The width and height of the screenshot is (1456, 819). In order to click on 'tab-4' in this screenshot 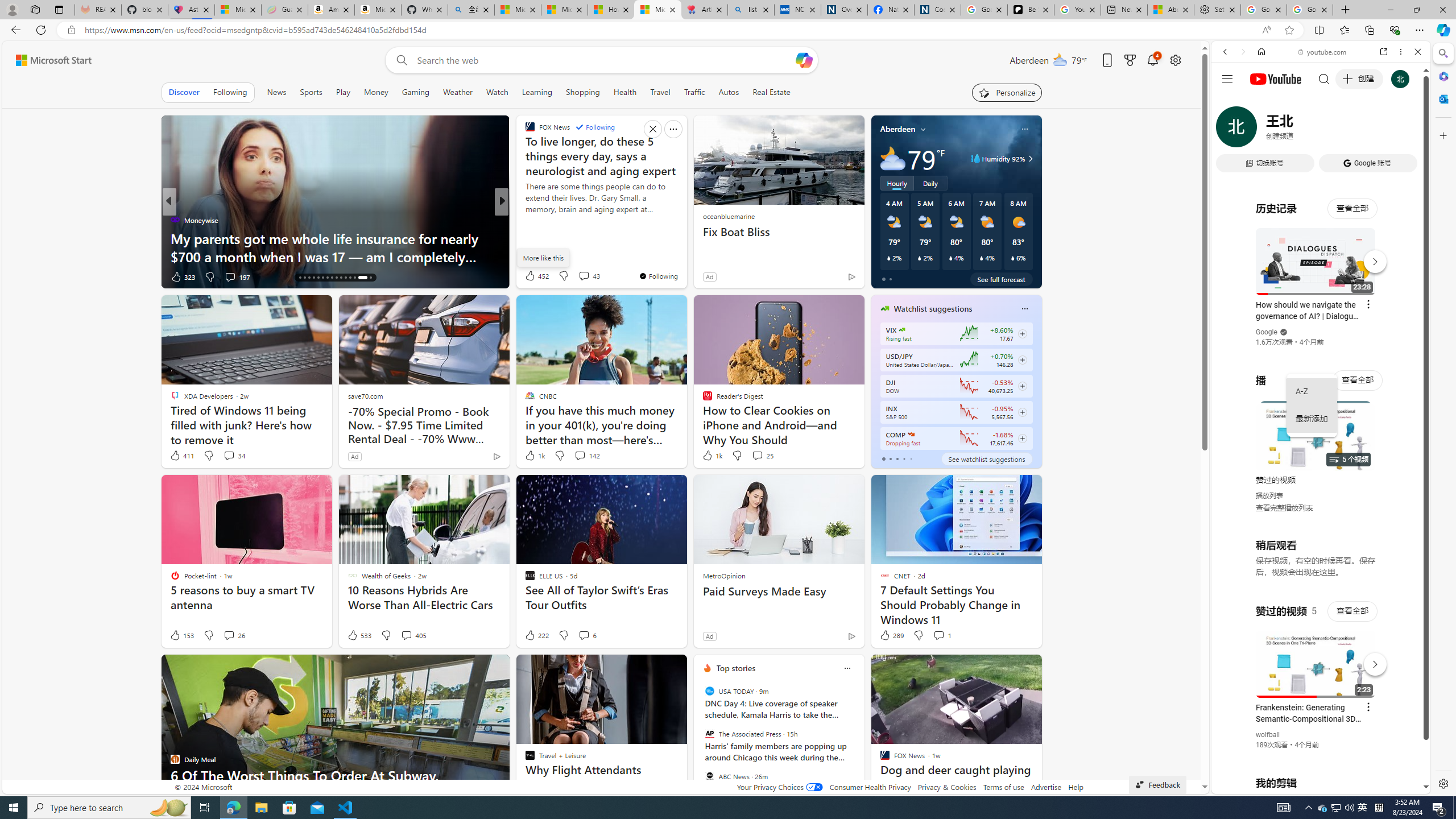, I will do `click(911, 459)`.